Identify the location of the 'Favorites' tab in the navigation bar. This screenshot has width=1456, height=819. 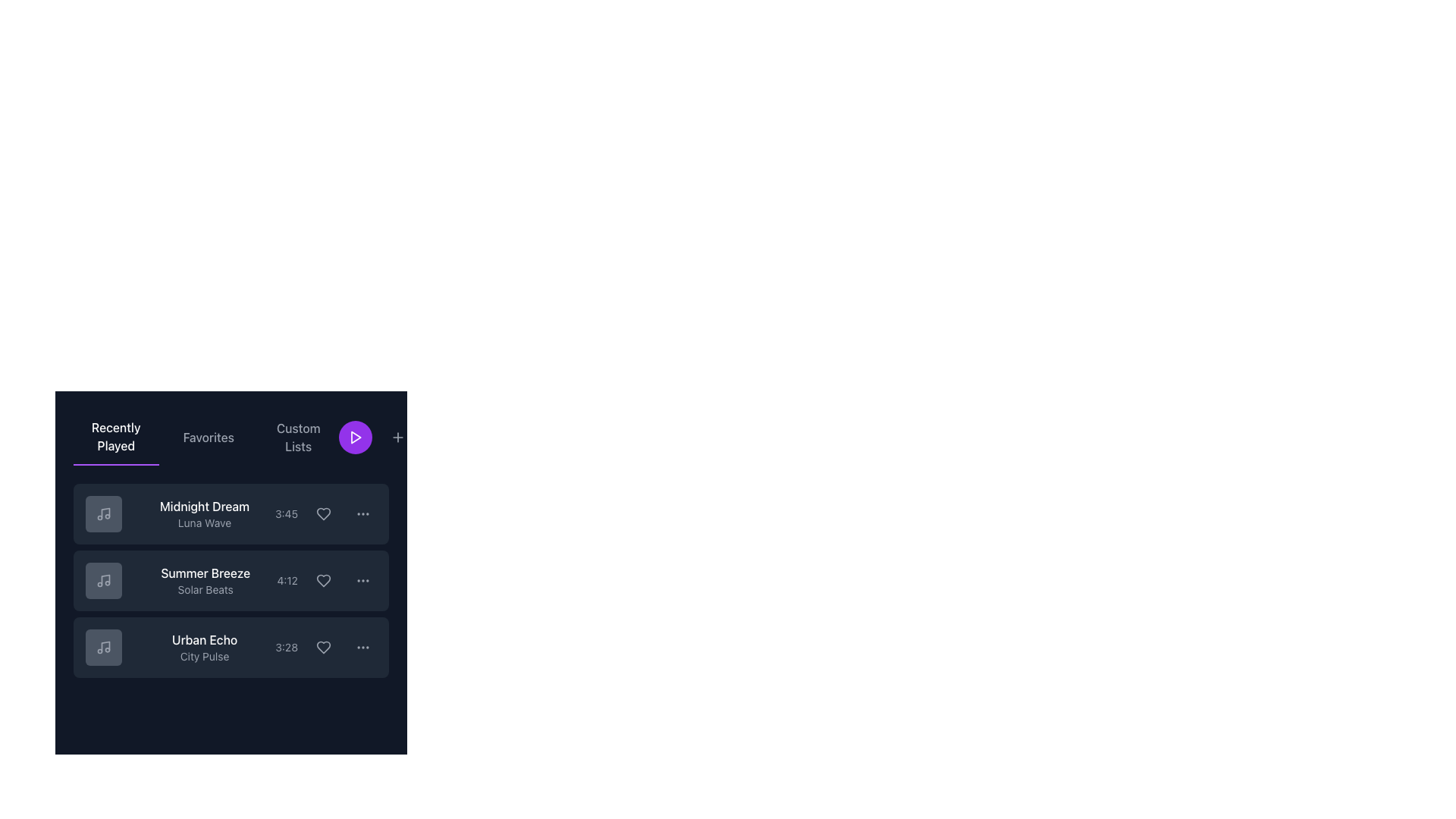
(205, 438).